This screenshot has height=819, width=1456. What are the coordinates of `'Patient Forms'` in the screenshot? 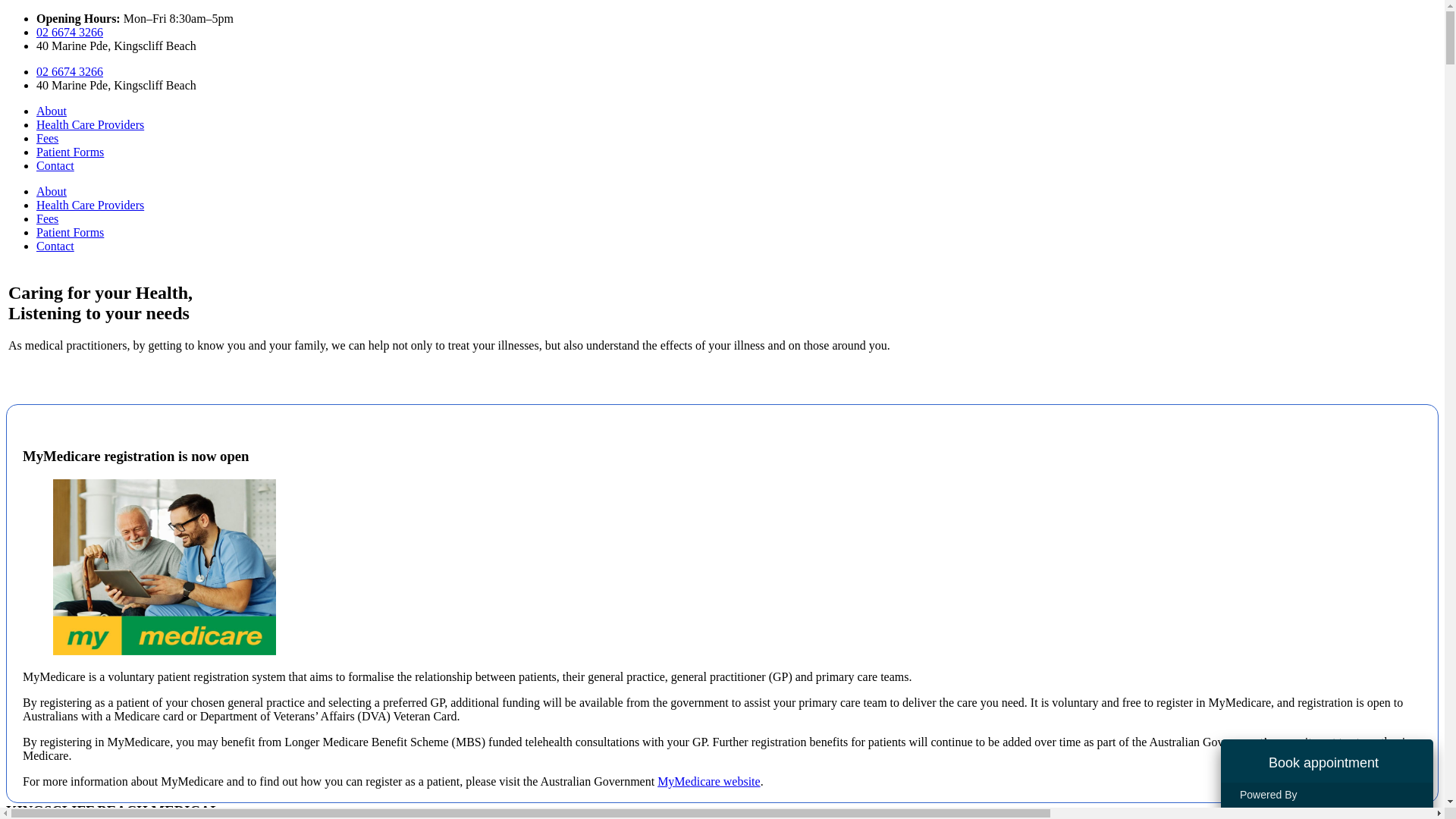 It's located at (69, 232).